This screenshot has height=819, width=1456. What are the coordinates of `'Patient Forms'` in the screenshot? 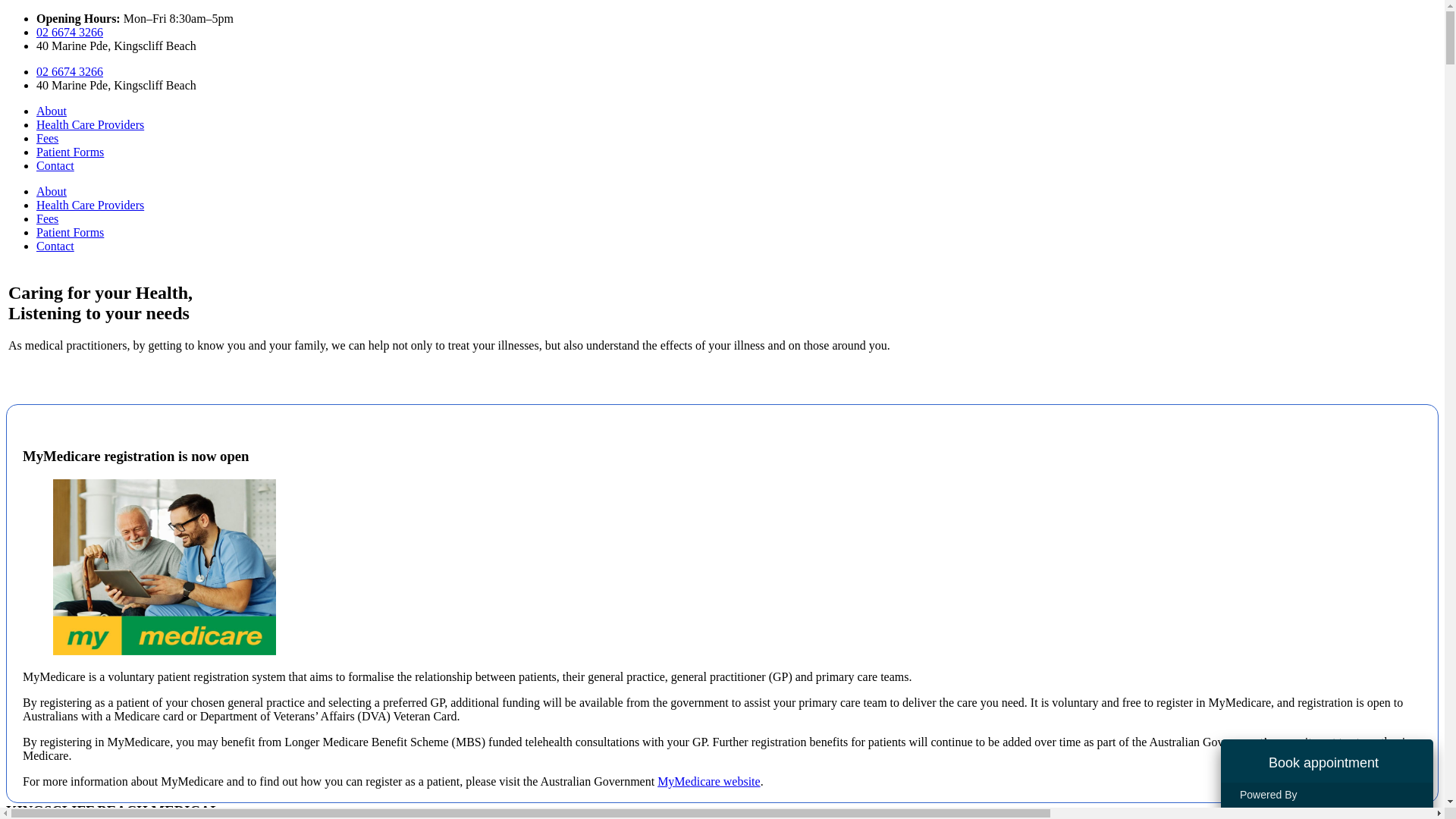 It's located at (69, 232).